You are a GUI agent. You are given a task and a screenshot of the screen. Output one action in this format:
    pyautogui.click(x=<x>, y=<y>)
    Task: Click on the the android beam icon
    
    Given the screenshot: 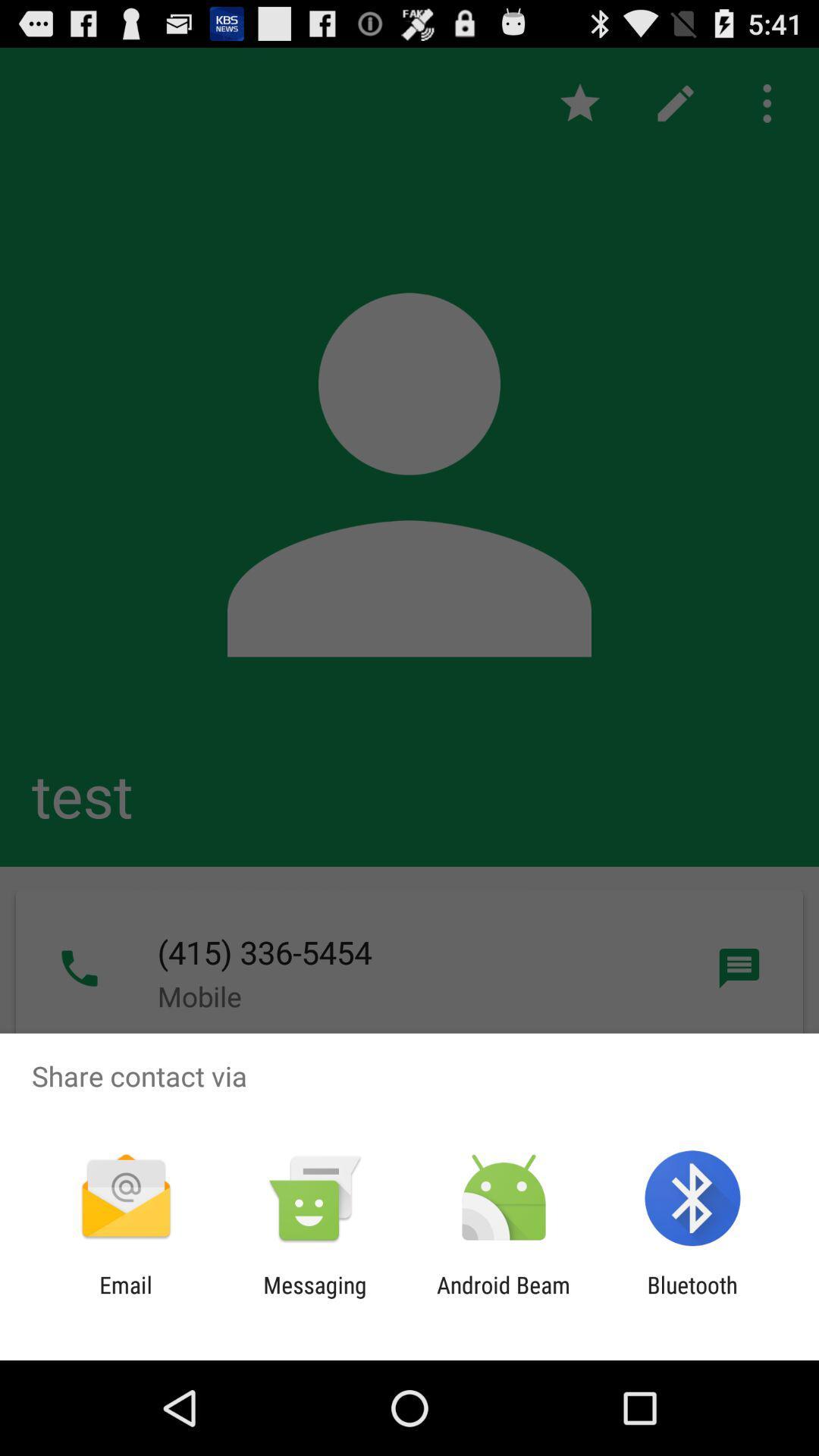 What is the action you would take?
    pyautogui.click(x=504, y=1298)
    